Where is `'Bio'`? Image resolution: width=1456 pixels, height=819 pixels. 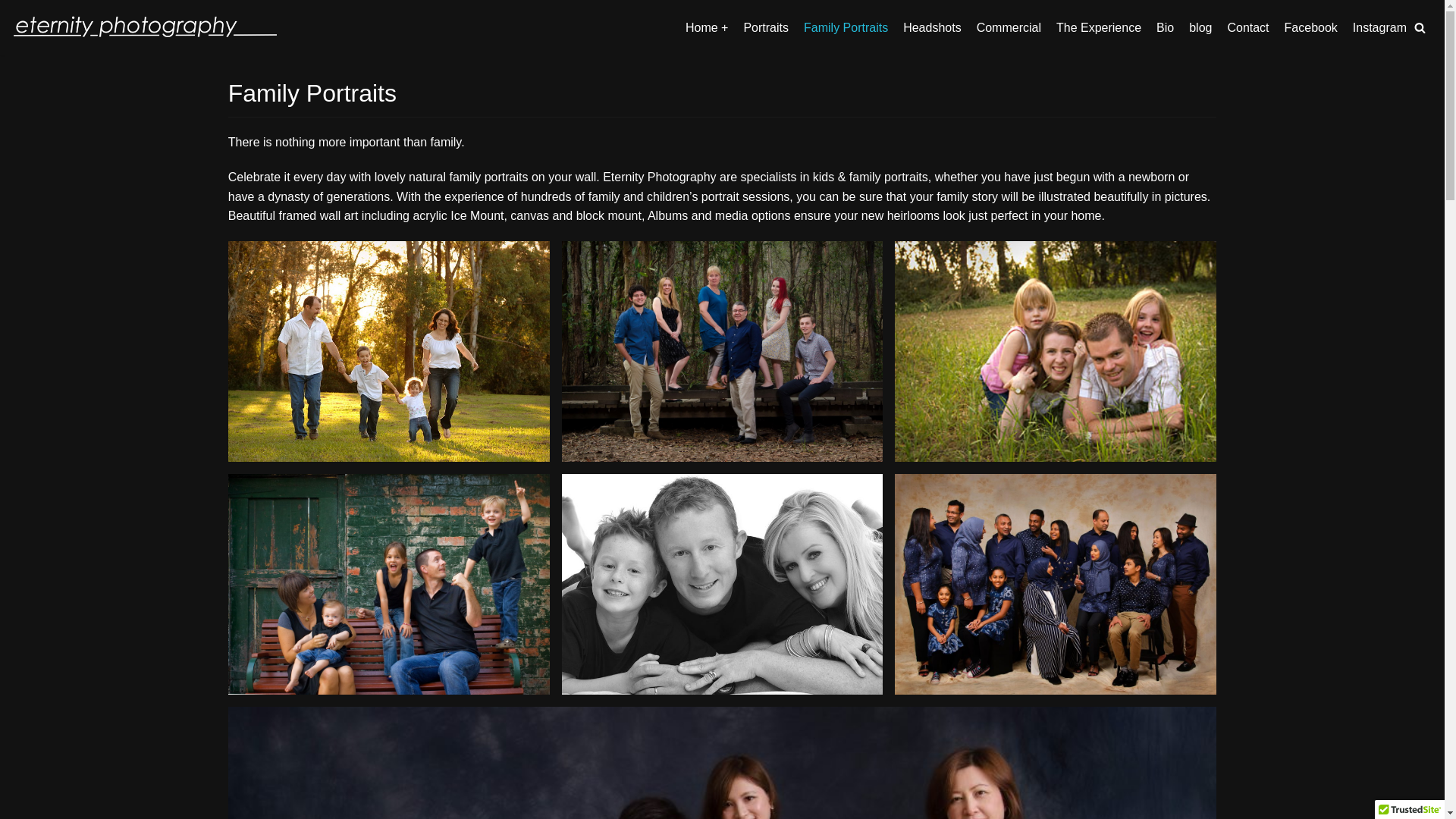 'Bio' is located at coordinates (1164, 28).